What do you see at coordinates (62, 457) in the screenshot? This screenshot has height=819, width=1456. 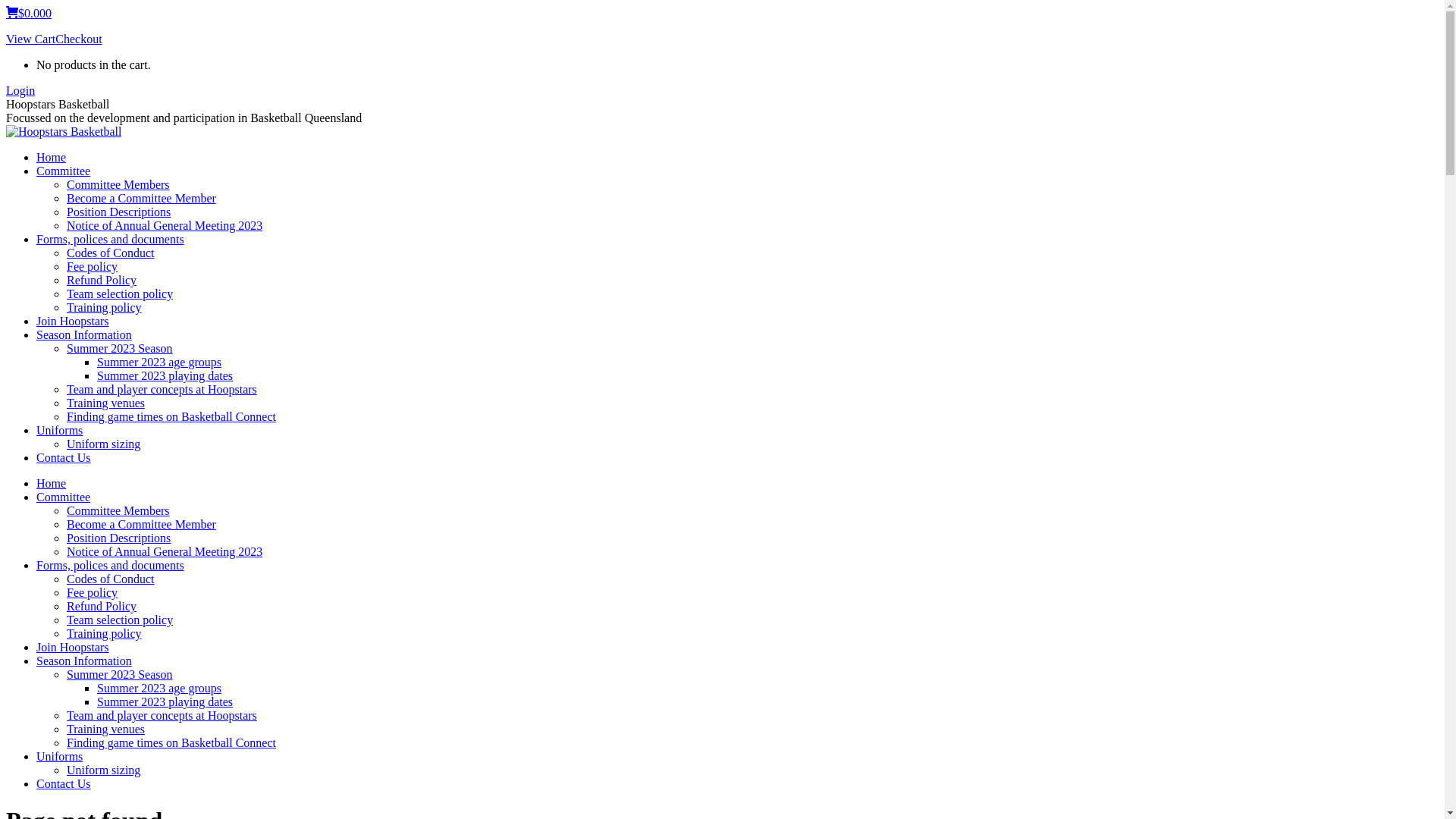 I see `'Contact Us'` at bounding box center [62, 457].